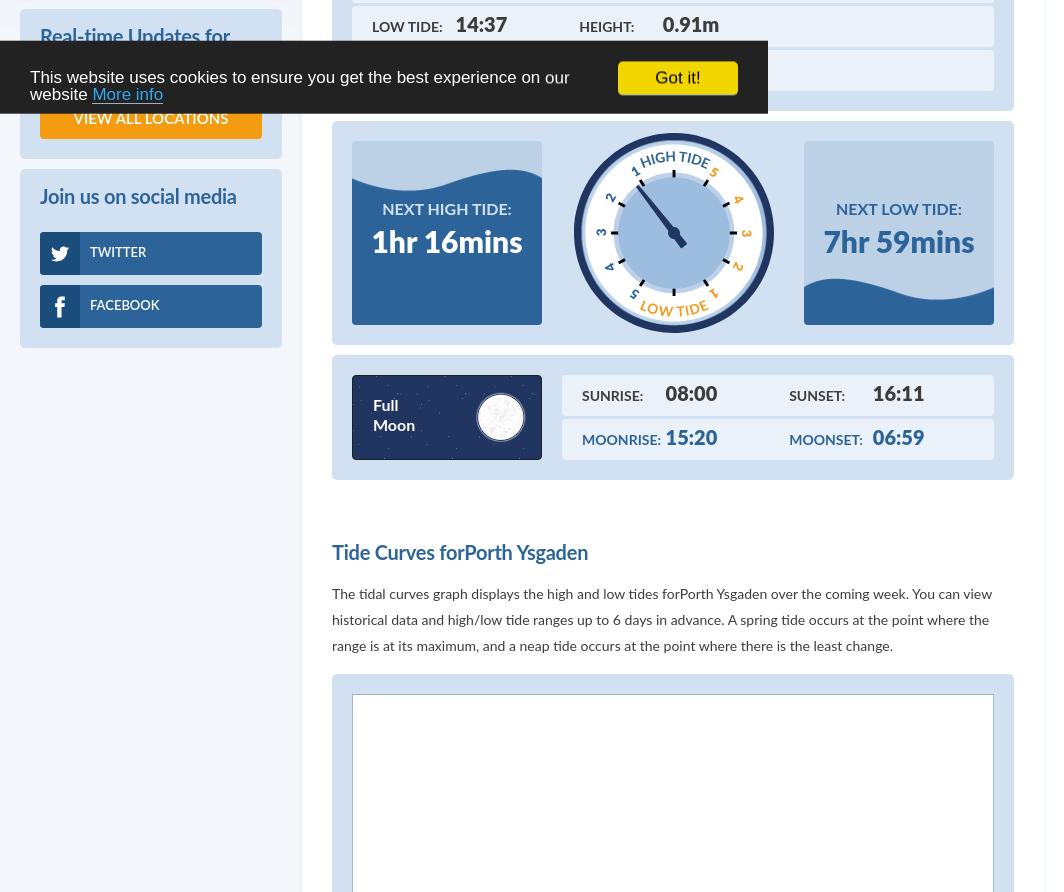  What do you see at coordinates (582, 394) in the screenshot?
I see `'Sunrise:'` at bounding box center [582, 394].